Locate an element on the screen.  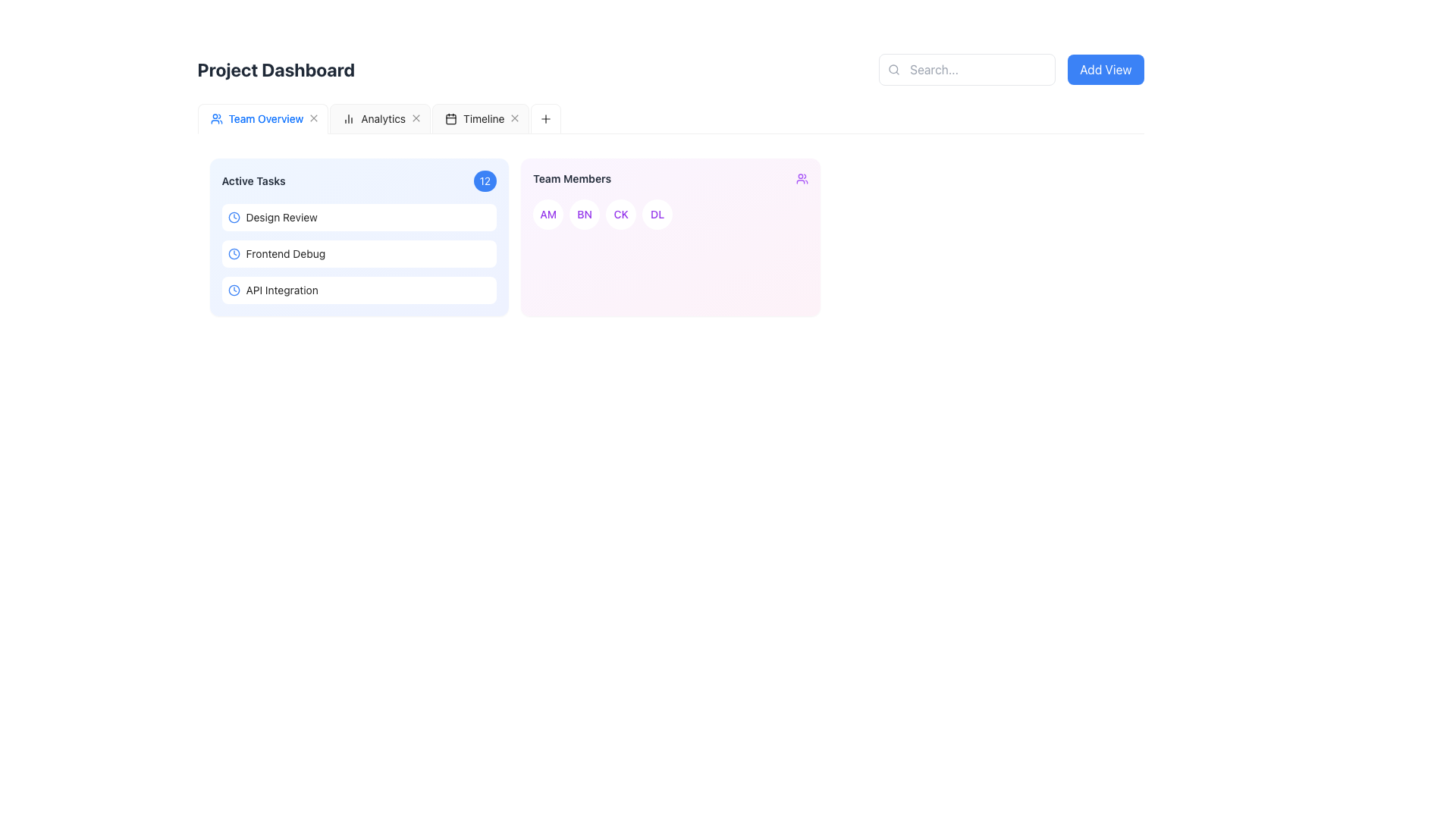
the 'Add Tab' button on the horizontal tab navigation component to create a new tab is located at coordinates (670, 118).